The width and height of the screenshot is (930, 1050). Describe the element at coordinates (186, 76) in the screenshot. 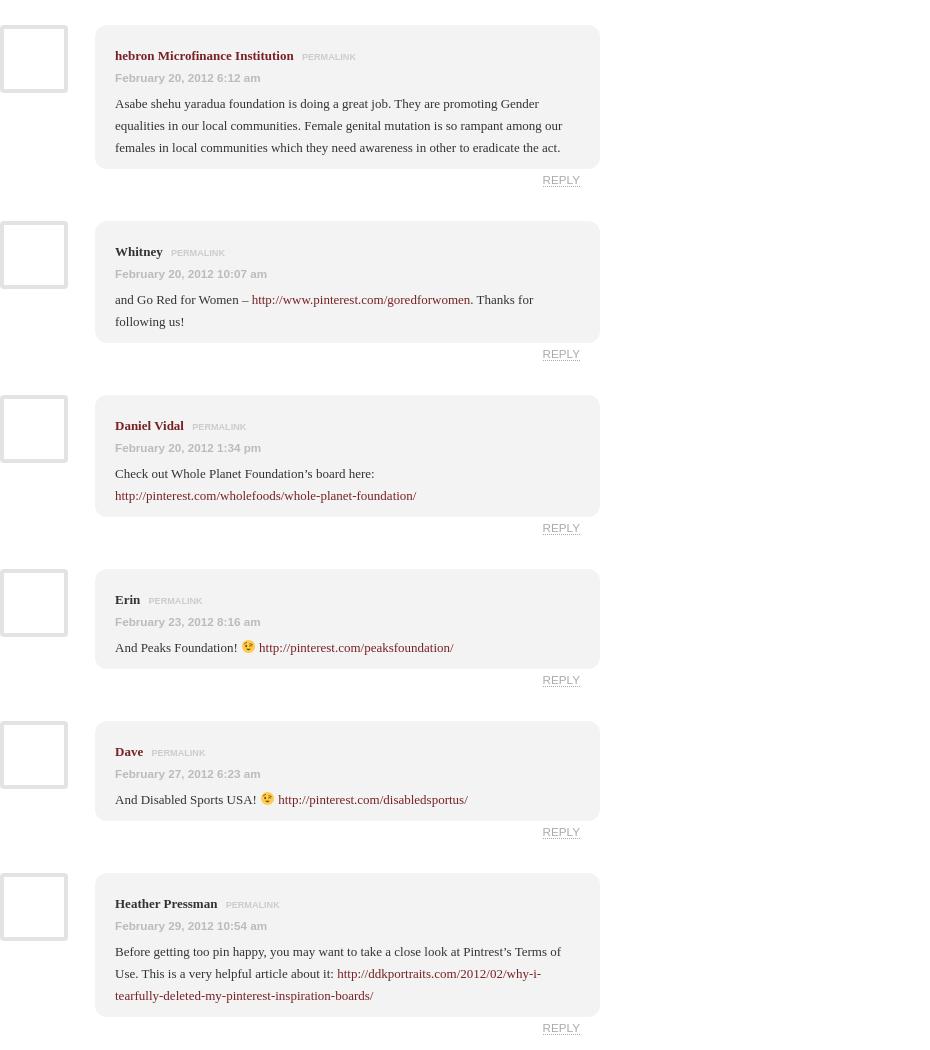

I see `'February 20, 2012 6:12 am'` at that location.